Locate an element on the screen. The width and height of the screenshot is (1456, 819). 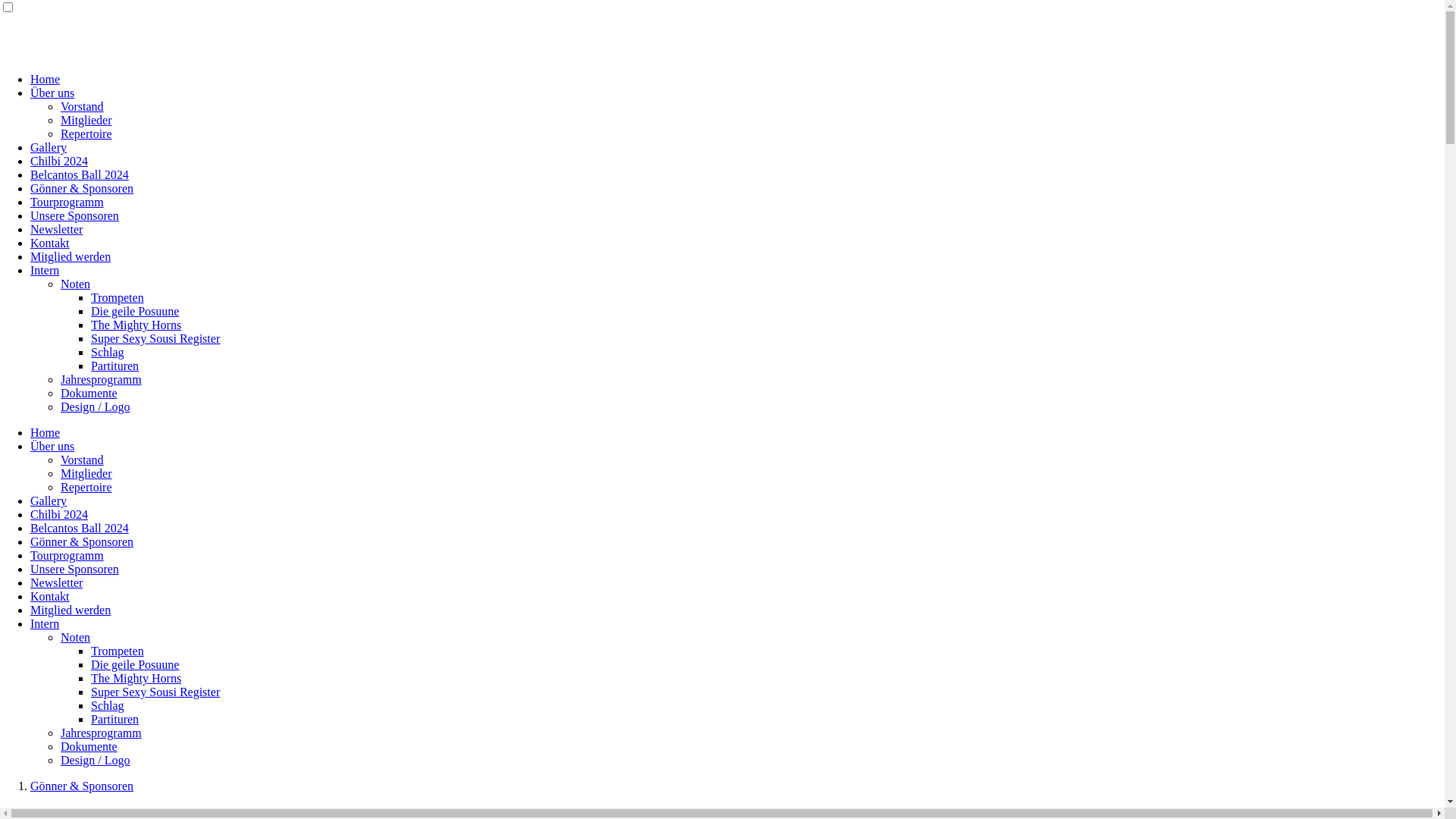
'Super Sexy Sousi Register' is located at coordinates (155, 692).